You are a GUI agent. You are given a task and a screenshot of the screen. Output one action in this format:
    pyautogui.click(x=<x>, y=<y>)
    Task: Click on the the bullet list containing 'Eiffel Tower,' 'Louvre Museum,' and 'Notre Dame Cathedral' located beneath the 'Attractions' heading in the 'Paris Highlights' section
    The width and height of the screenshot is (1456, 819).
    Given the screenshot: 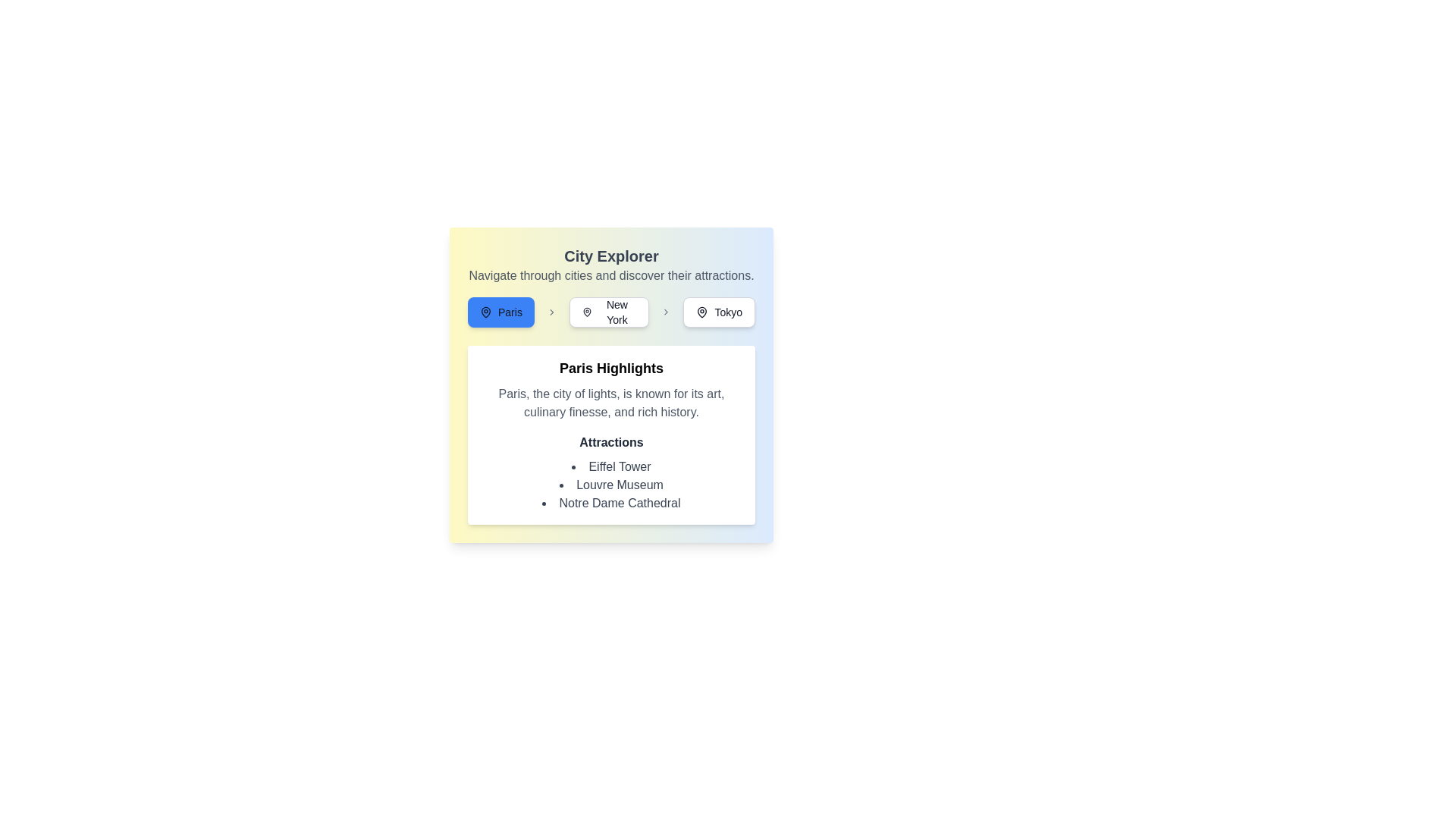 What is the action you would take?
    pyautogui.click(x=611, y=485)
    